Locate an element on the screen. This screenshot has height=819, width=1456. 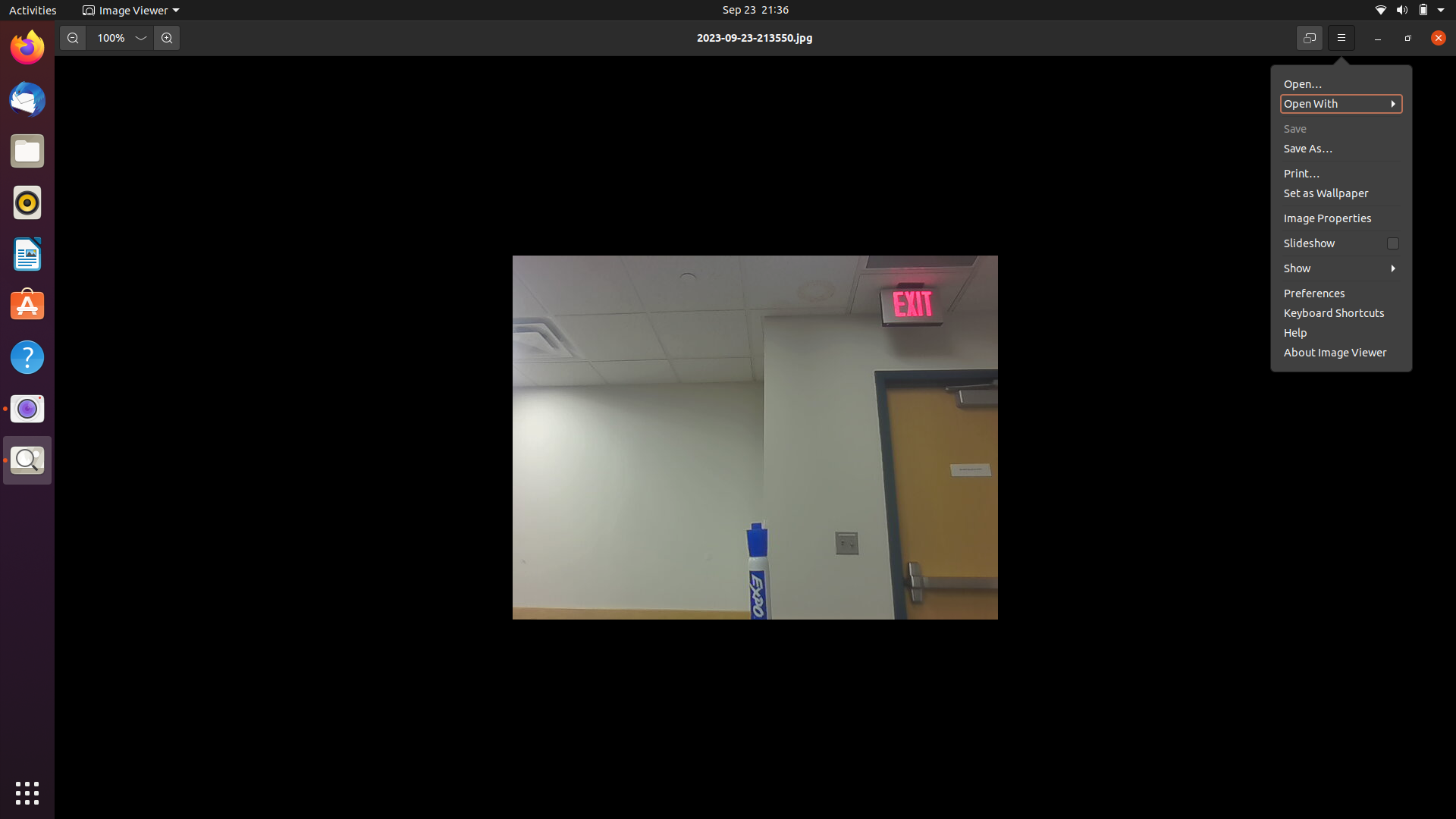
Turn off the menu view is located at coordinates (1341, 37).